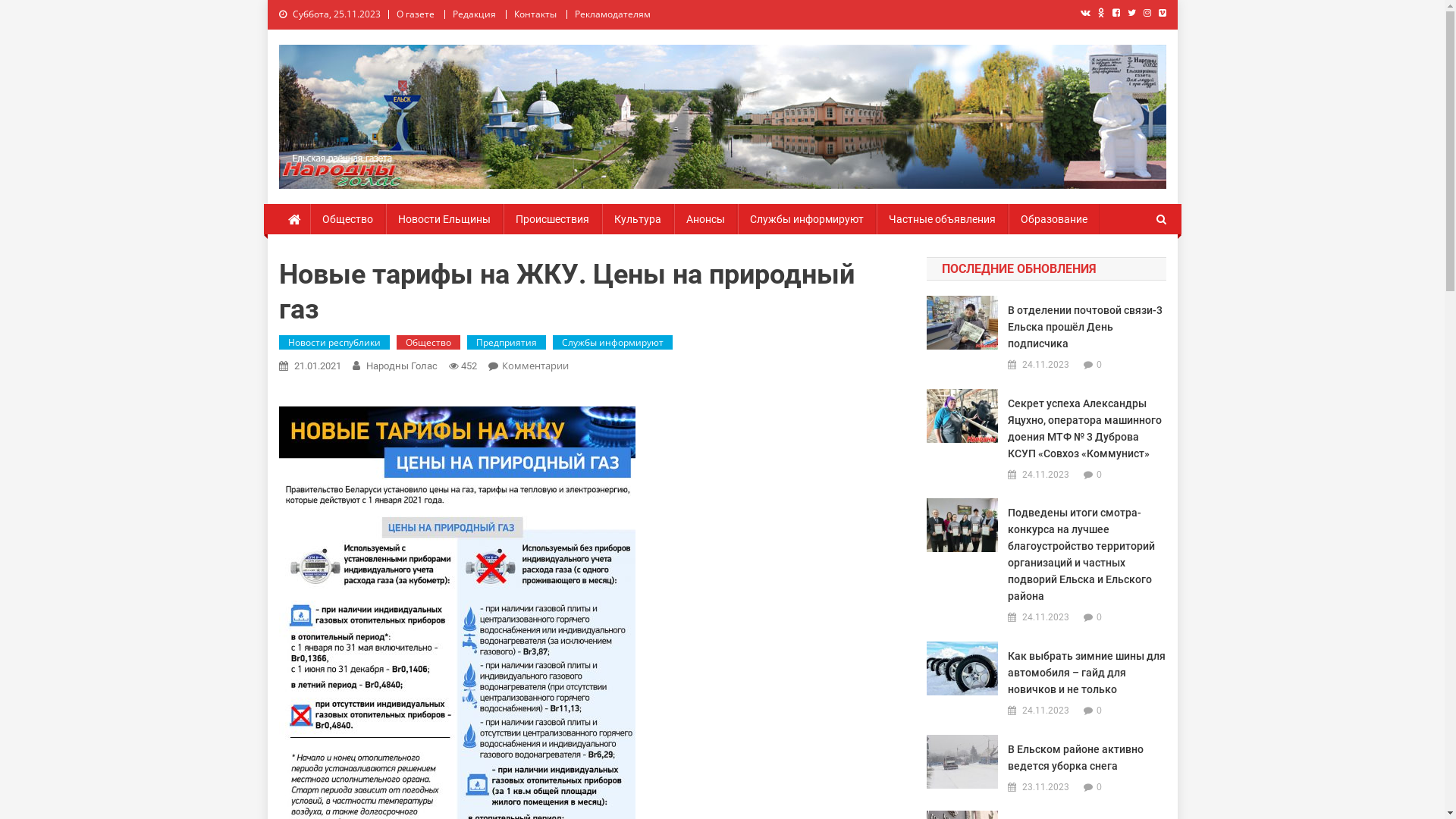  What do you see at coordinates (1044, 617) in the screenshot?
I see `'24.11.2023'` at bounding box center [1044, 617].